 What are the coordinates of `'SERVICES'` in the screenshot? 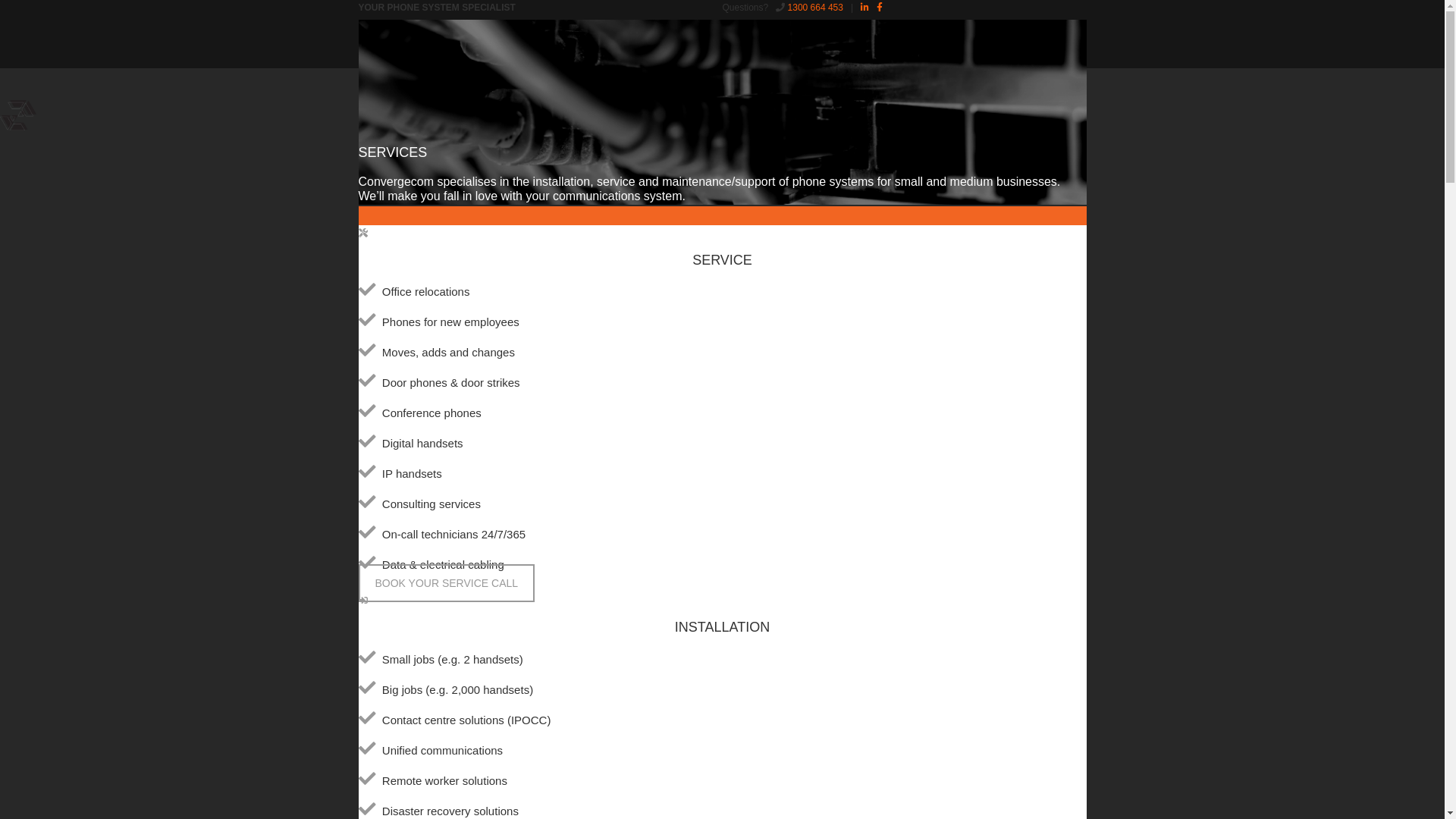 It's located at (453, 79).